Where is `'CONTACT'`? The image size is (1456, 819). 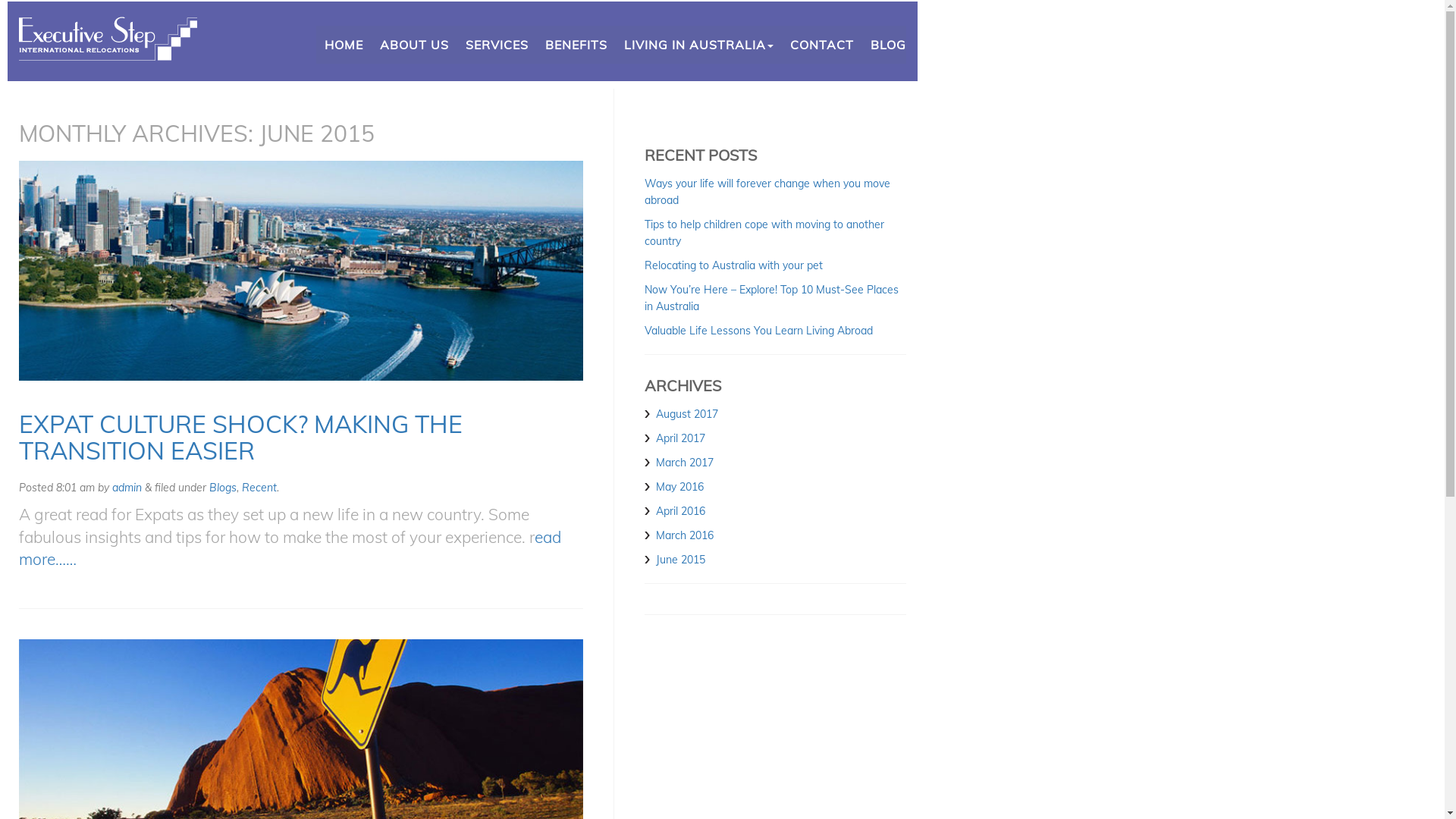 'CONTACT' is located at coordinates (821, 43).